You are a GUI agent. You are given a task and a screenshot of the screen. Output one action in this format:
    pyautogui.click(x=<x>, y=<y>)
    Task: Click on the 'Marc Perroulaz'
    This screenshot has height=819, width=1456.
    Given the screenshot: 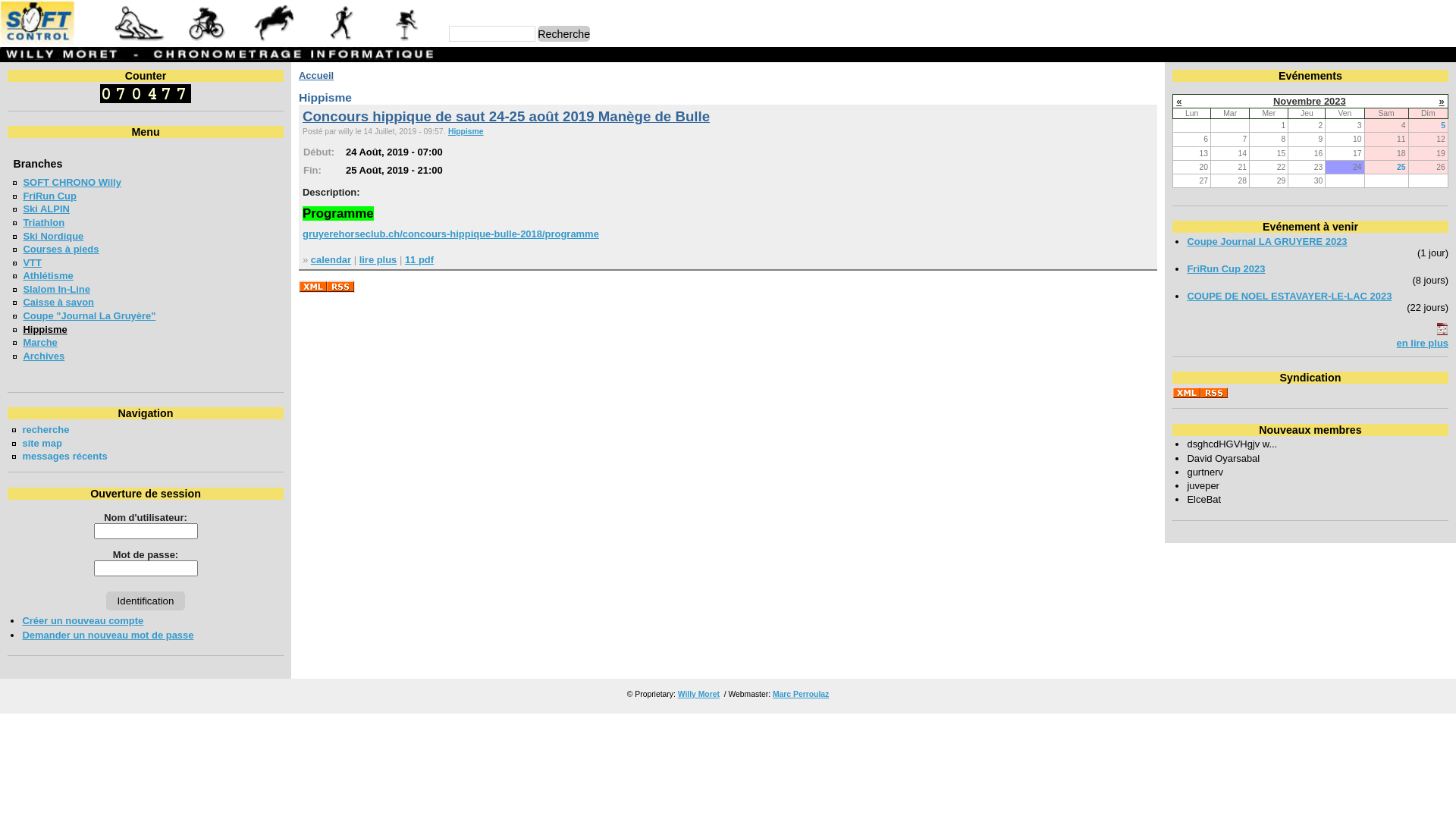 What is the action you would take?
    pyautogui.click(x=800, y=694)
    